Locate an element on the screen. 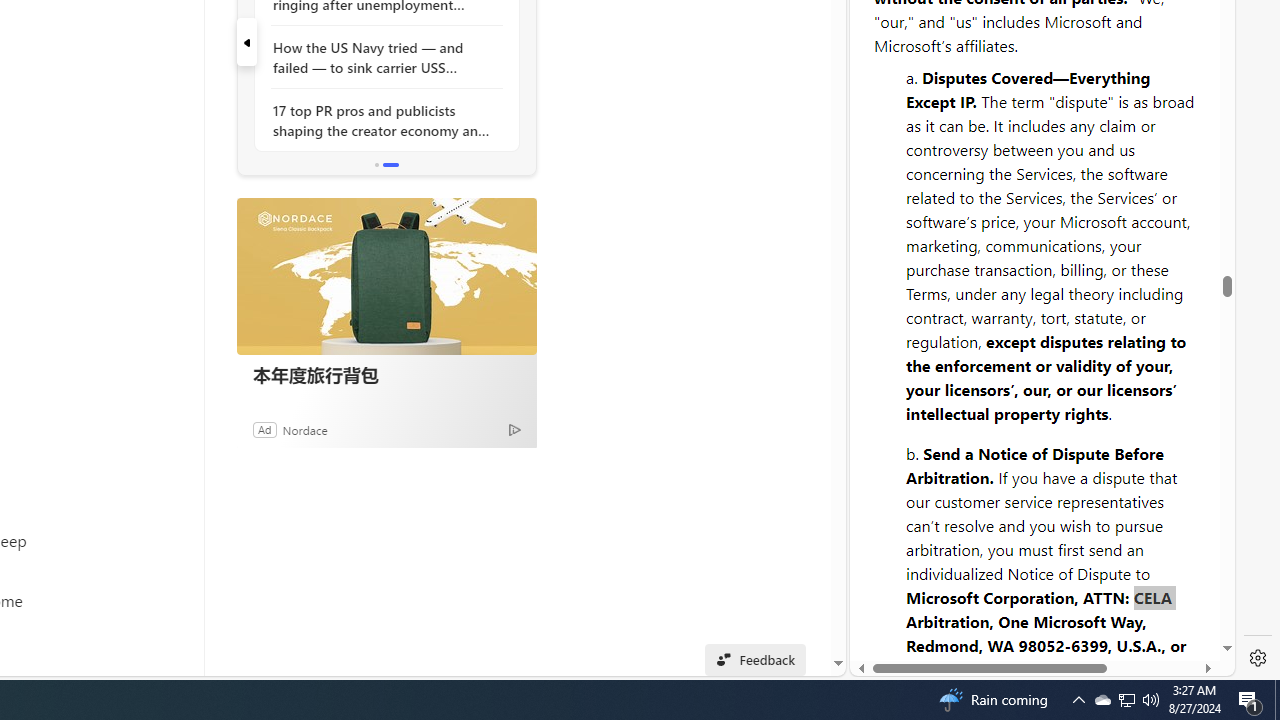 The height and width of the screenshot is (720, 1280). 'Settings' is located at coordinates (1257, 658).